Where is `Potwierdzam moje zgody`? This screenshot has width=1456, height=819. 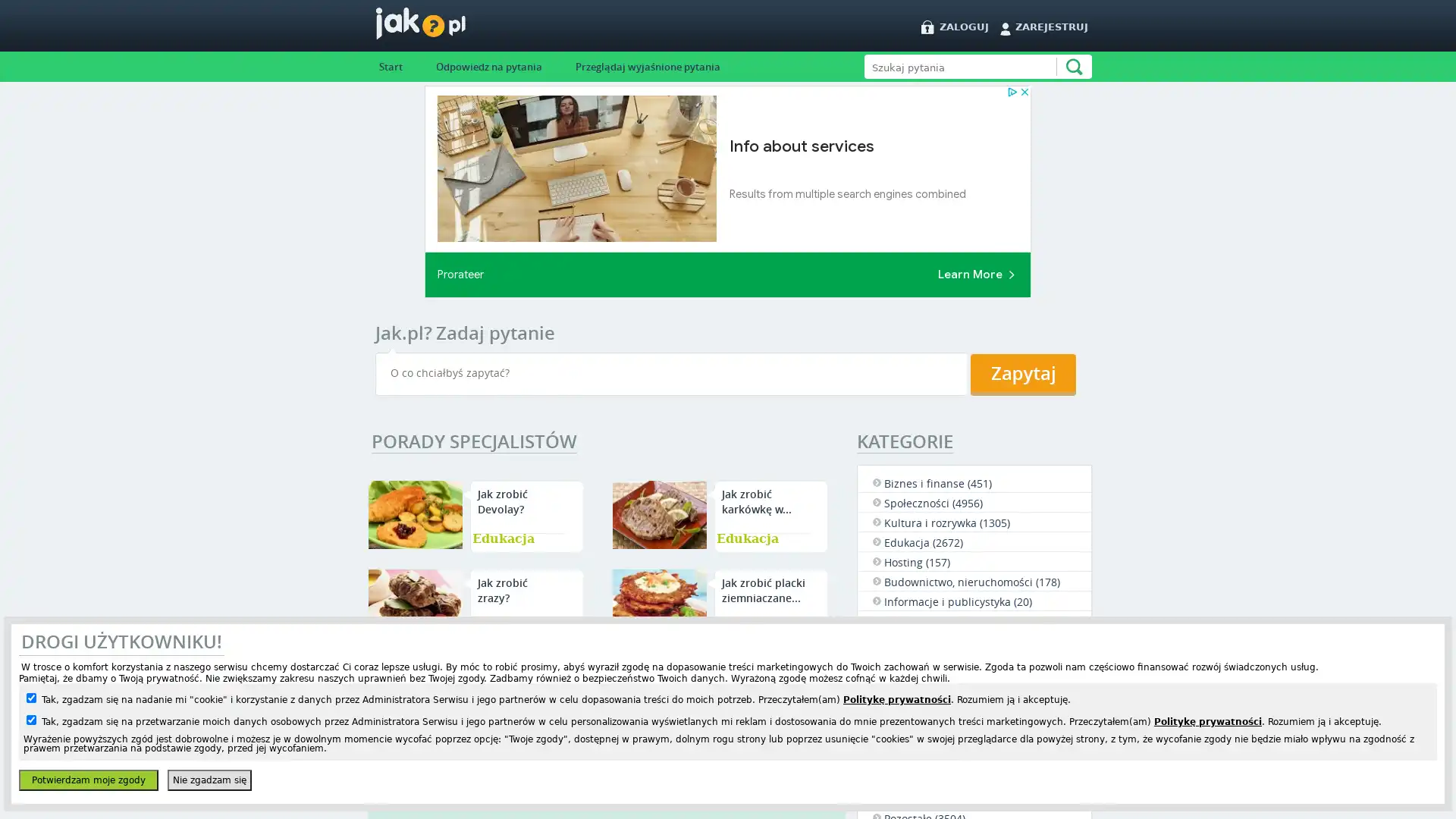 Potwierdzam moje zgody is located at coordinates (87, 780).